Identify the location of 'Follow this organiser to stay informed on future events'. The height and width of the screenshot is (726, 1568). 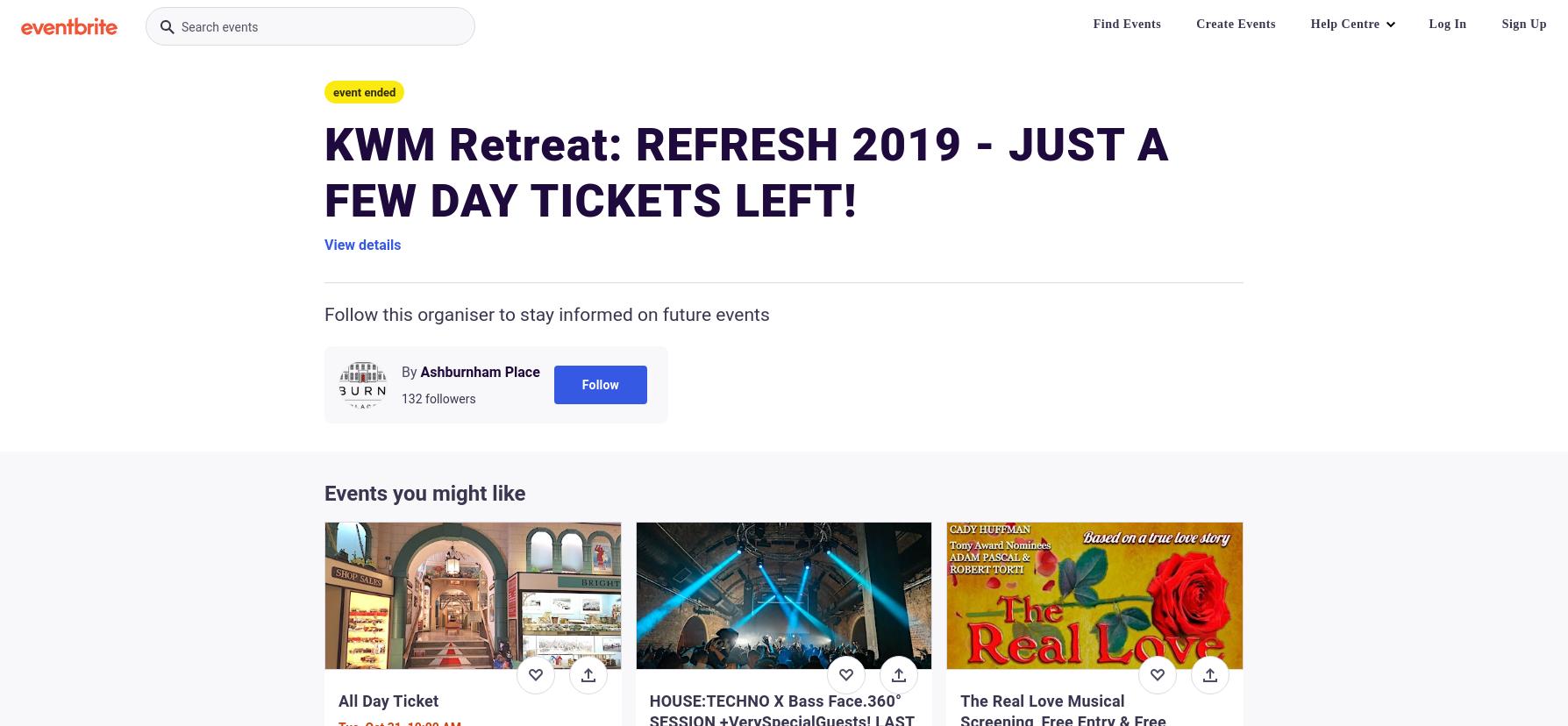
(546, 315).